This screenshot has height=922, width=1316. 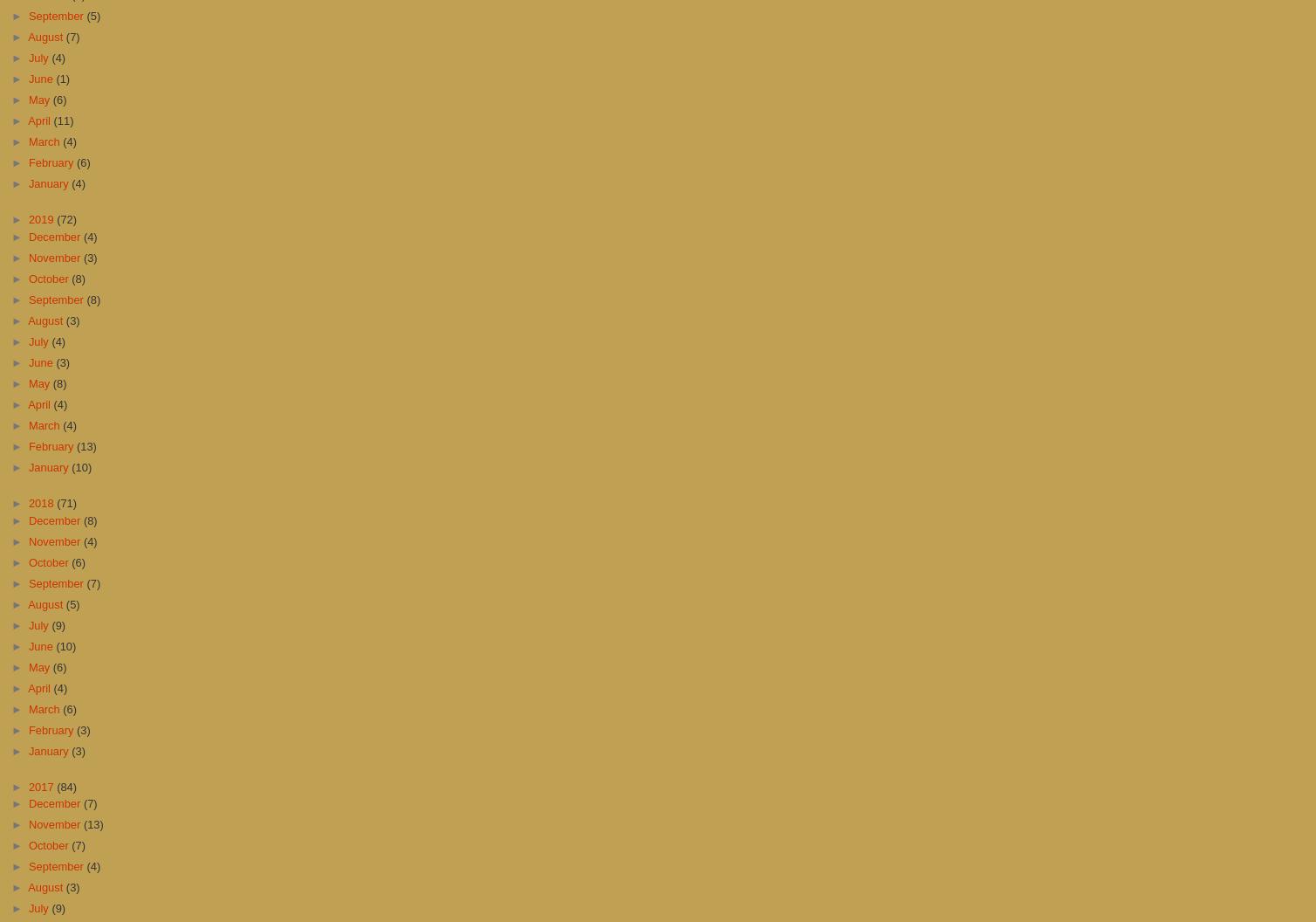 What do you see at coordinates (66, 785) in the screenshot?
I see `'(84)'` at bounding box center [66, 785].